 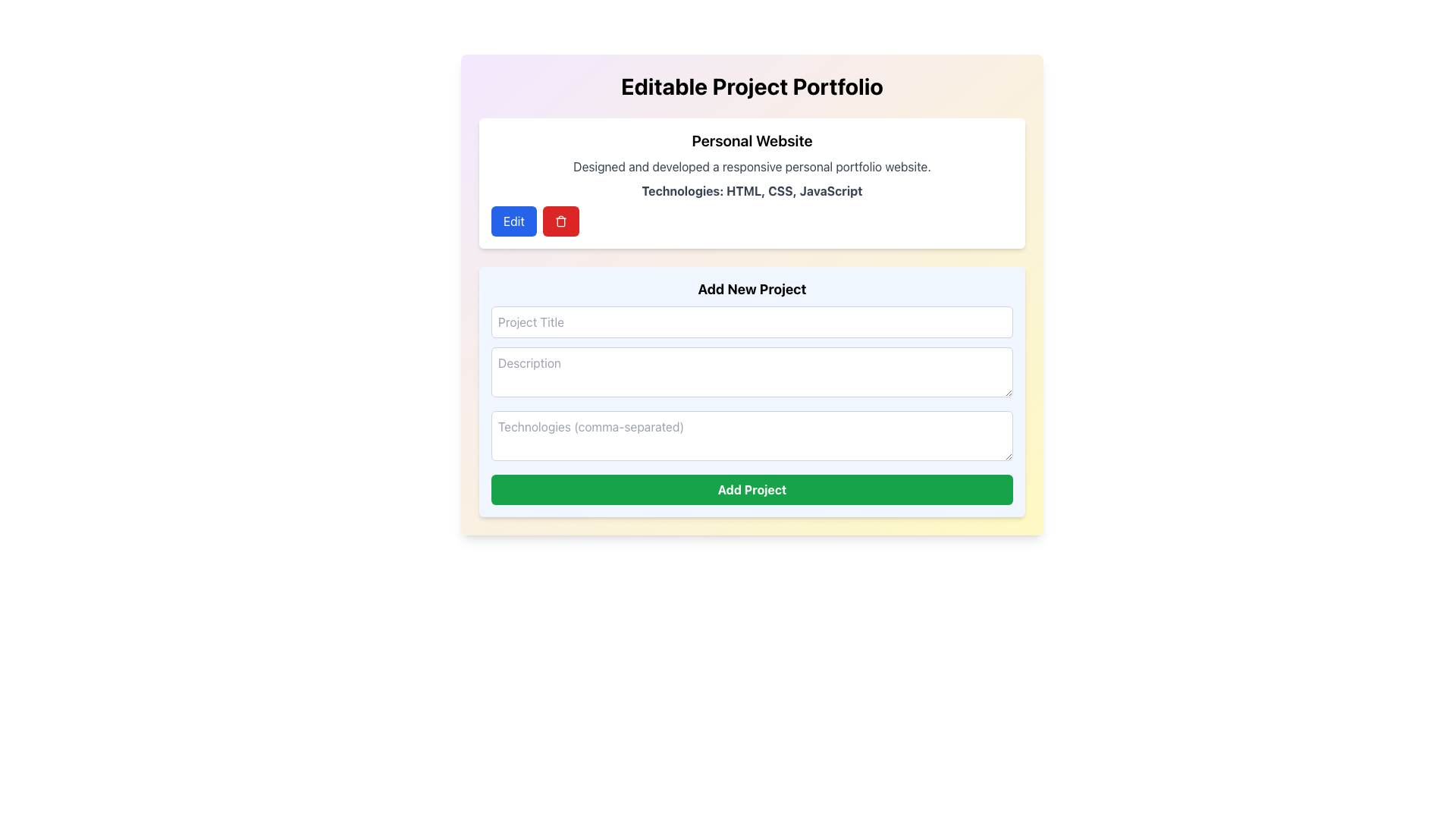 What do you see at coordinates (752, 166) in the screenshot?
I see `the static text label that reads 'Designed and developed a responsive personal portfolio website.', which is centered within the card below the title 'Personal Website'` at bounding box center [752, 166].